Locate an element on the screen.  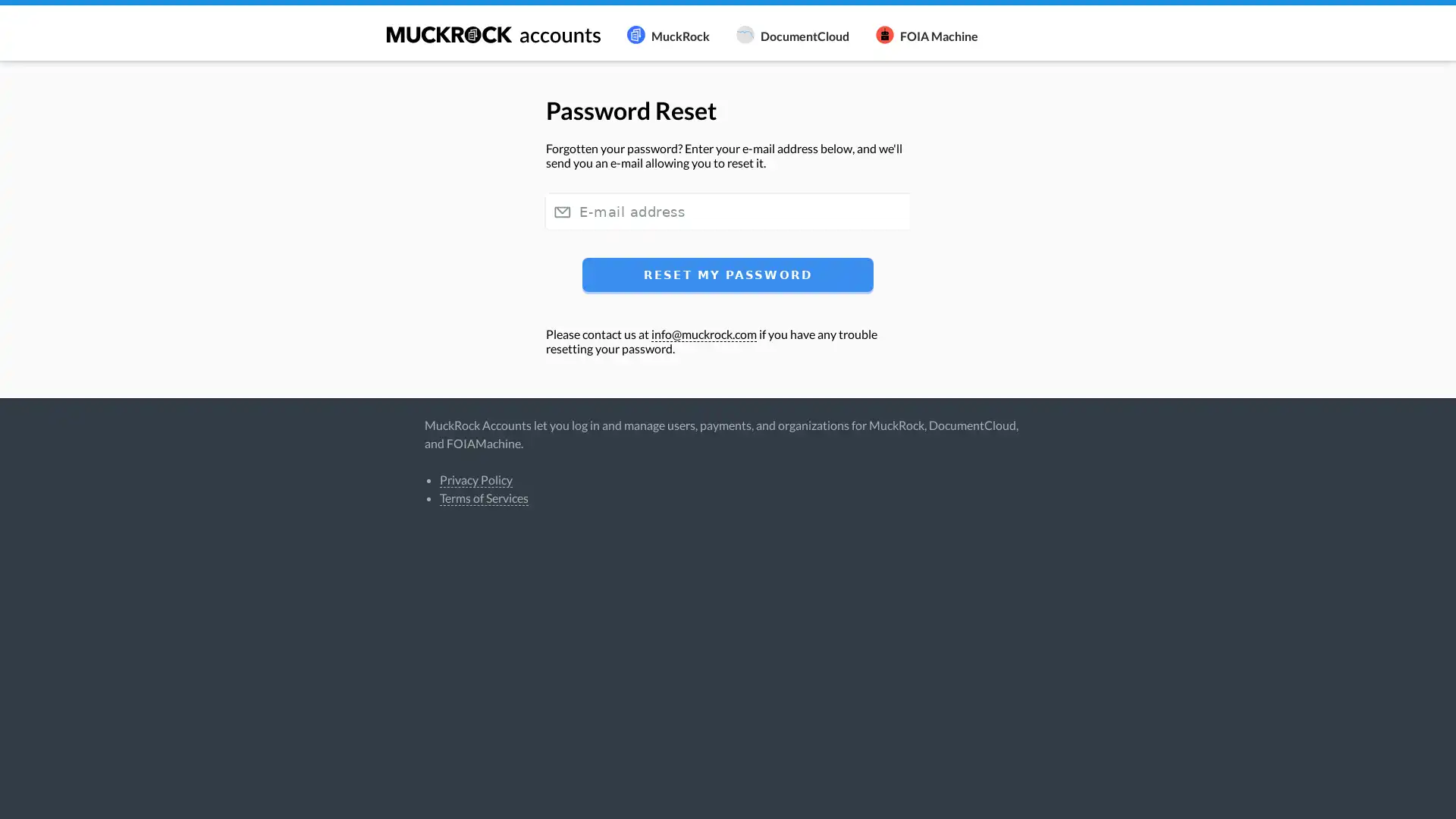
RESET MY PASSWORD is located at coordinates (728, 274).